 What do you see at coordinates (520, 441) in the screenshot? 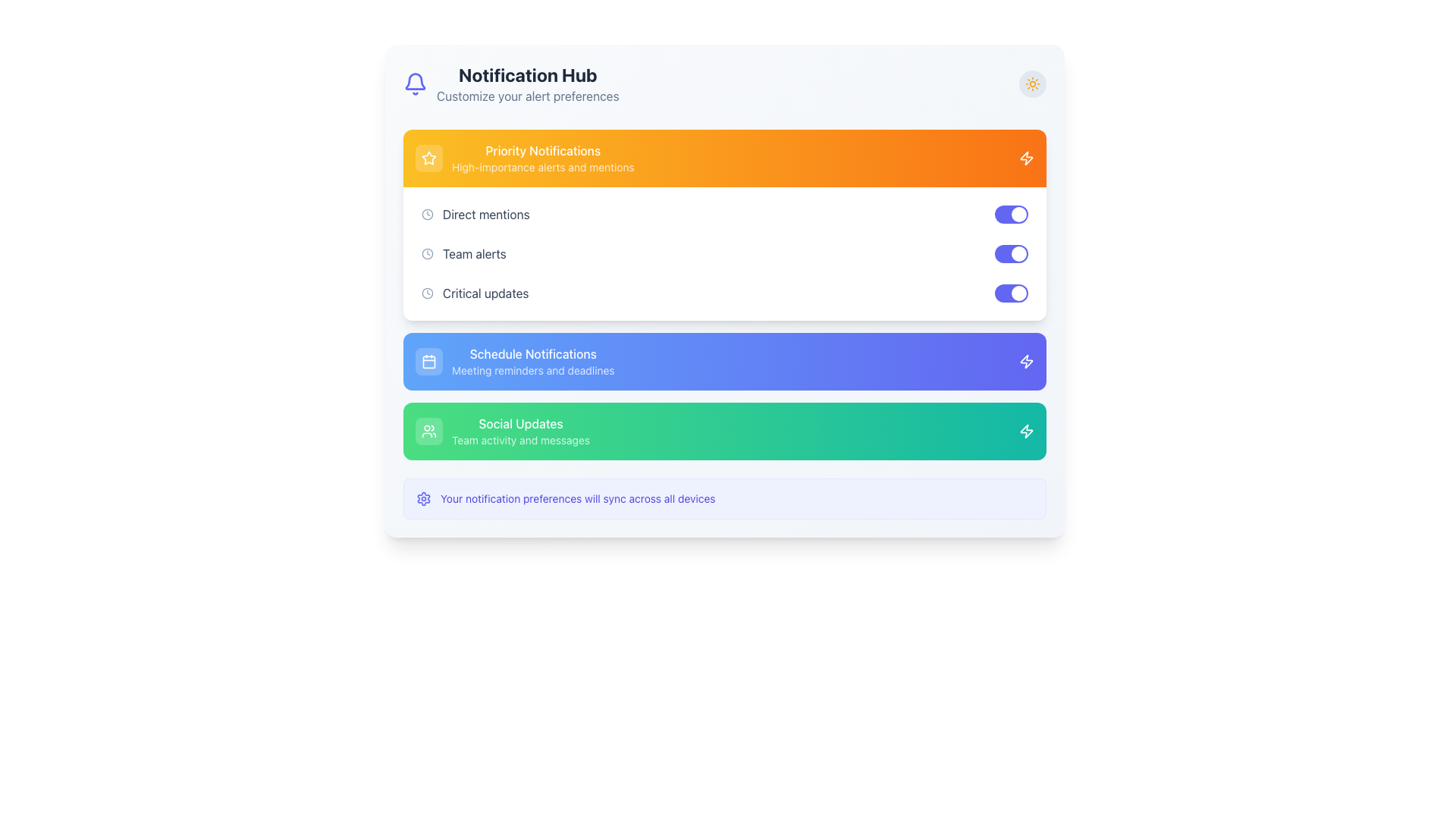
I see `the Text Label that provides additional context for the 'Social Updates' section, located directly below the heading 'Social Updates'` at bounding box center [520, 441].